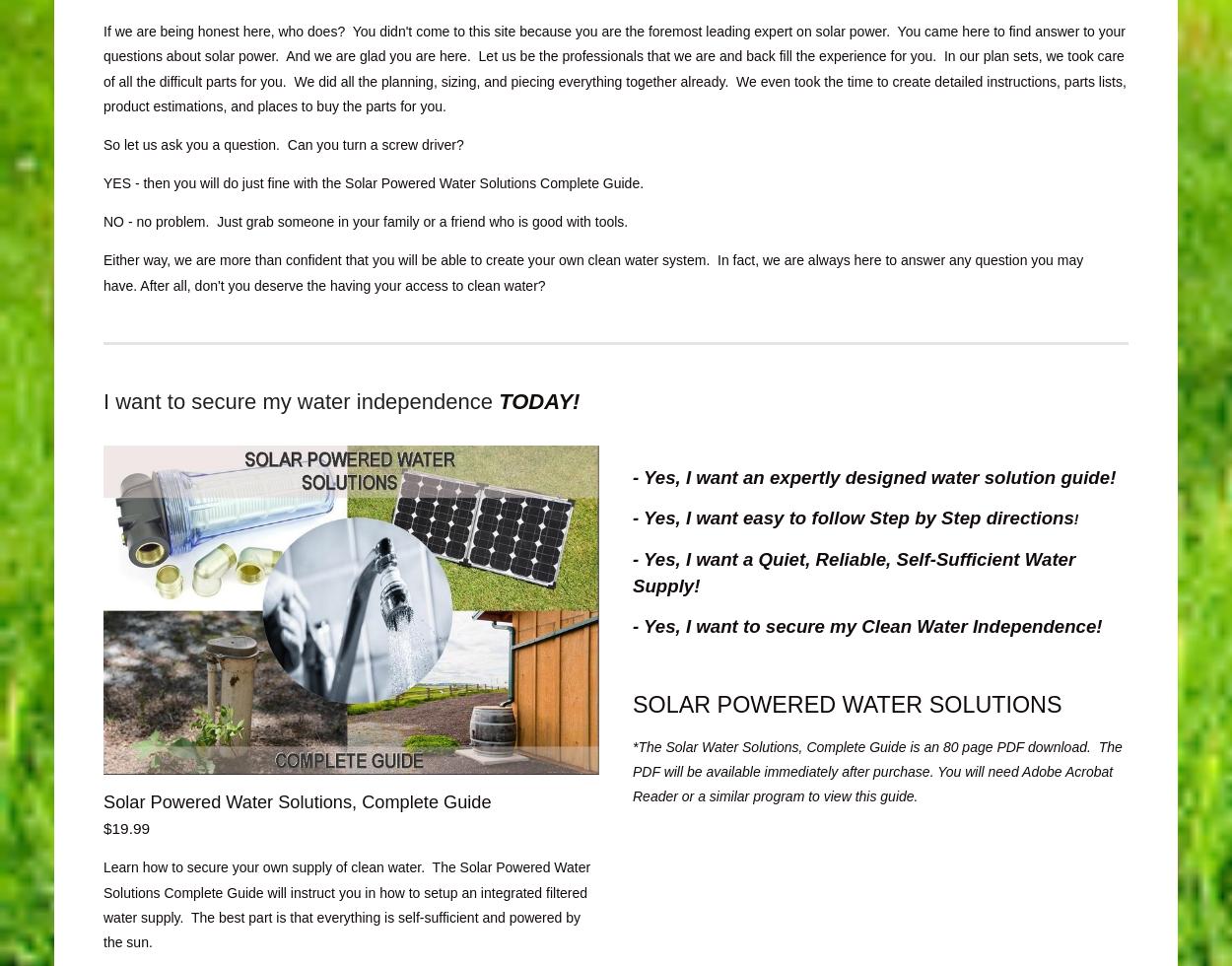 This screenshot has height=966, width=1232. Describe the element at coordinates (852, 517) in the screenshot. I see `'- Yes, I want easy to follow Step by Step directions'` at that location.